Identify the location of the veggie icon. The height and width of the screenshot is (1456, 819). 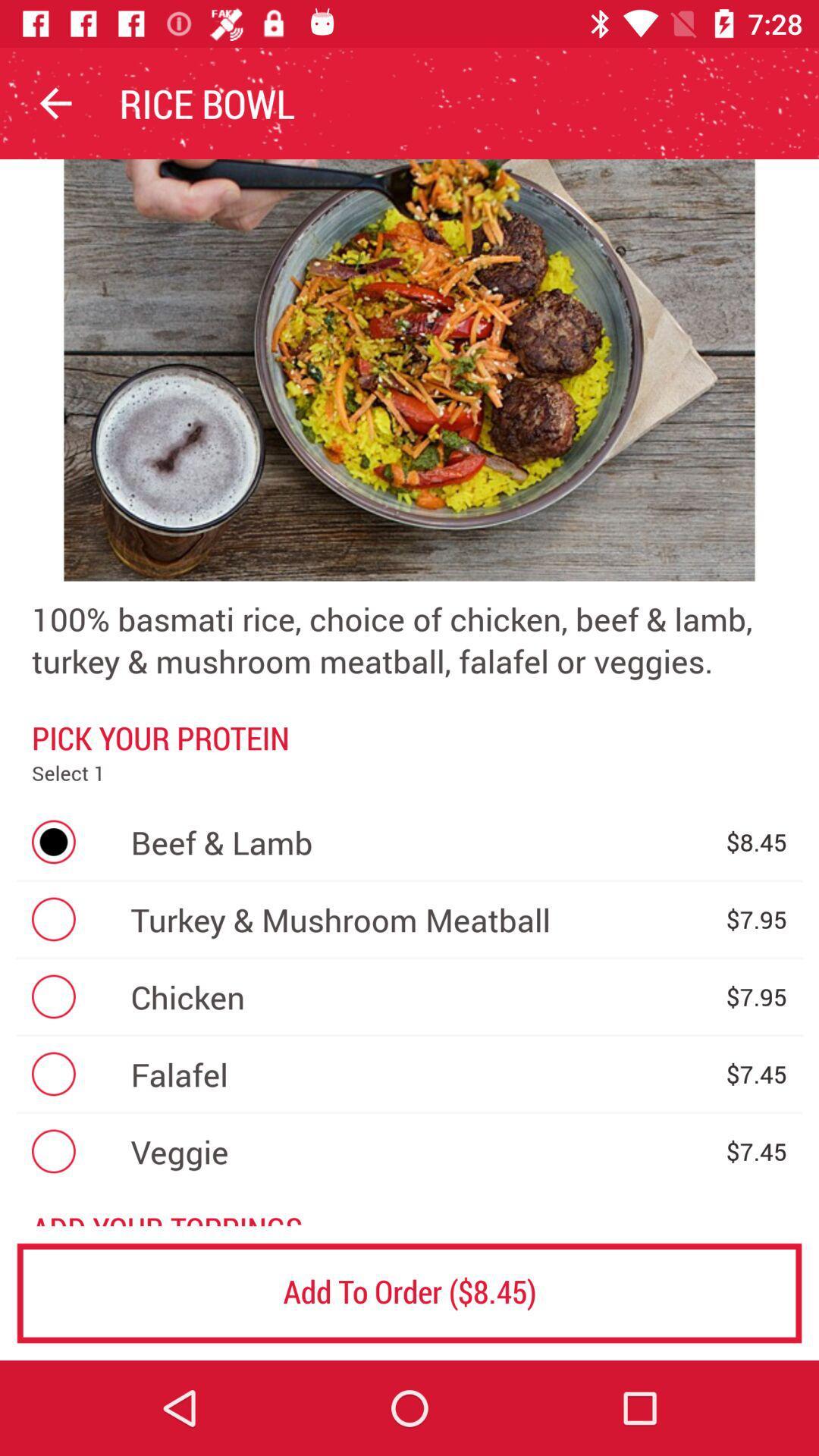
(420, 1151).